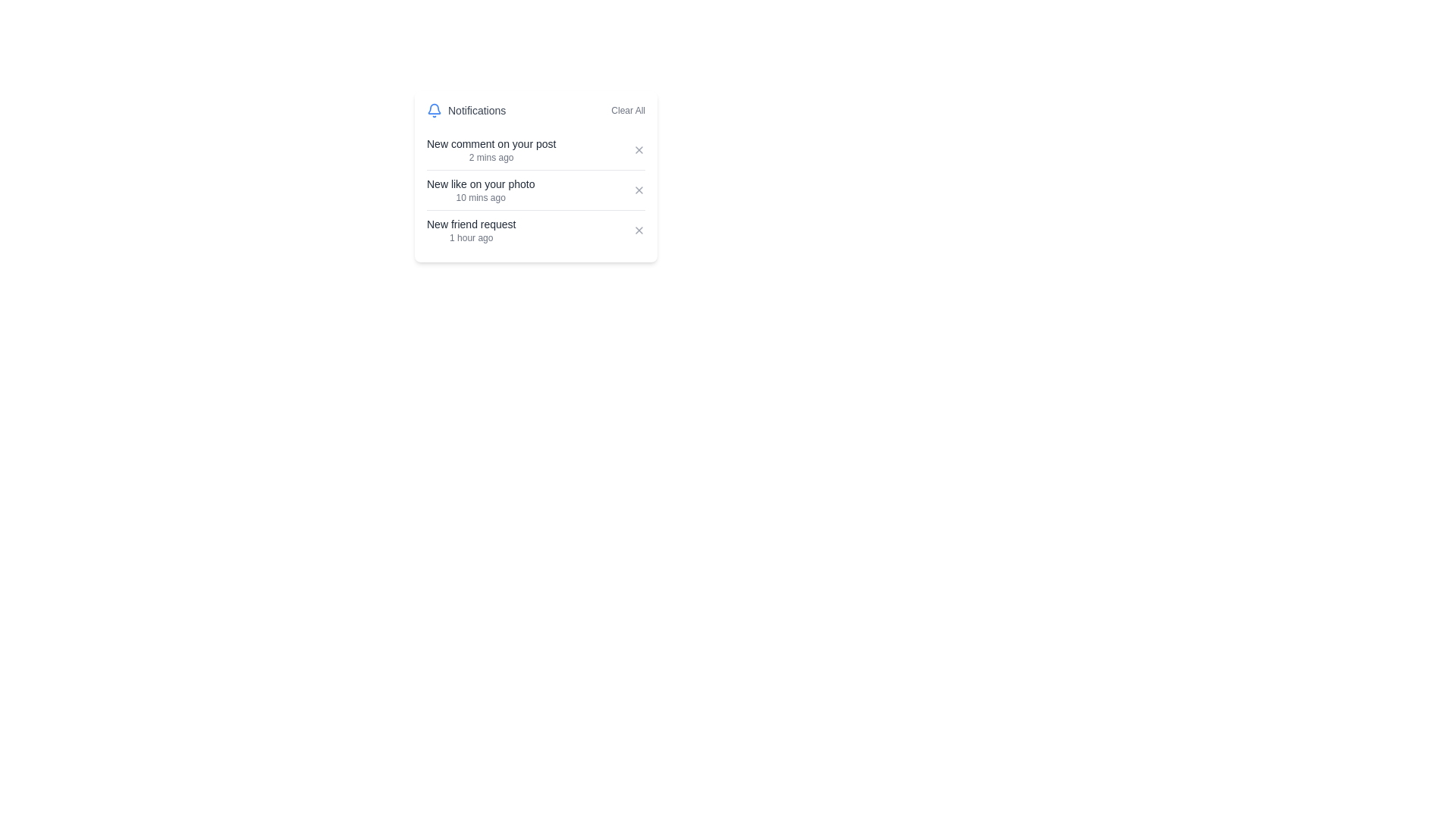 The image size is (1456, 819). Describe the element at coordinates (535, 189) in the screenshot. I see `the timestamp '10 mins ago' in the notification about a 'New like on your photo'` at that location.